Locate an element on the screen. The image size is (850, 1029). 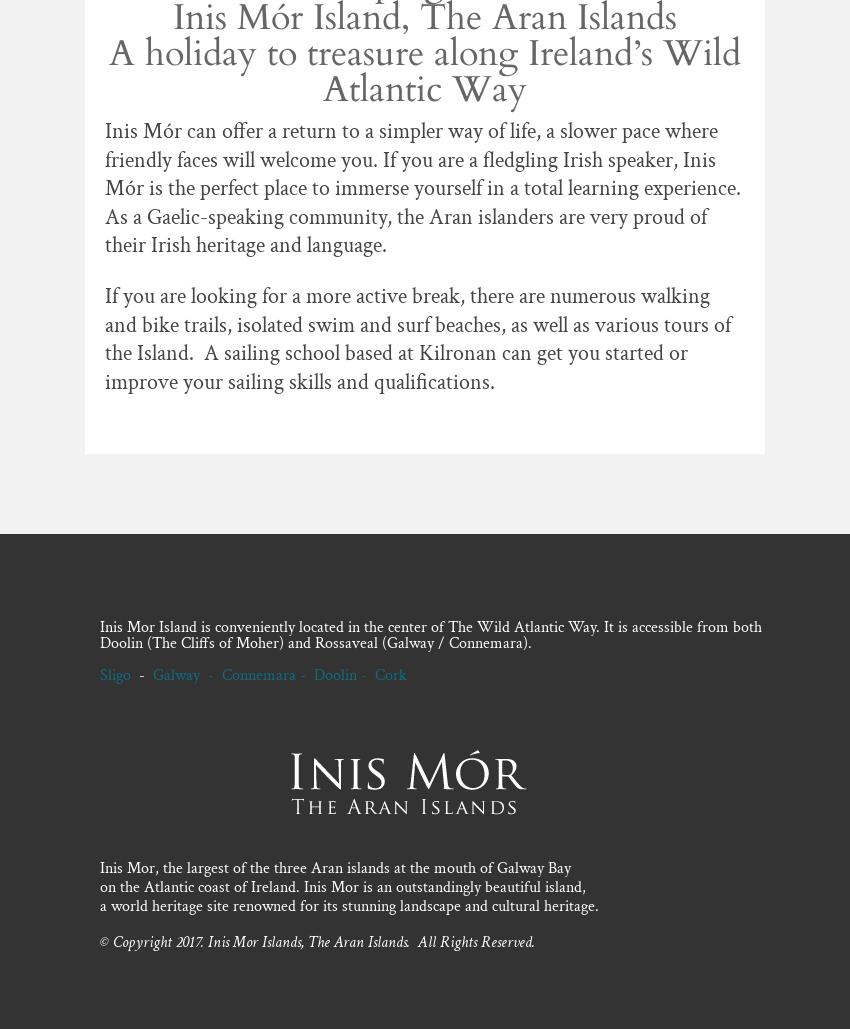
'© Copyright 2017. Inis Mor Islands, The Aran Islands.  All Rights Reserved.' is located at coordinates (98, 941).